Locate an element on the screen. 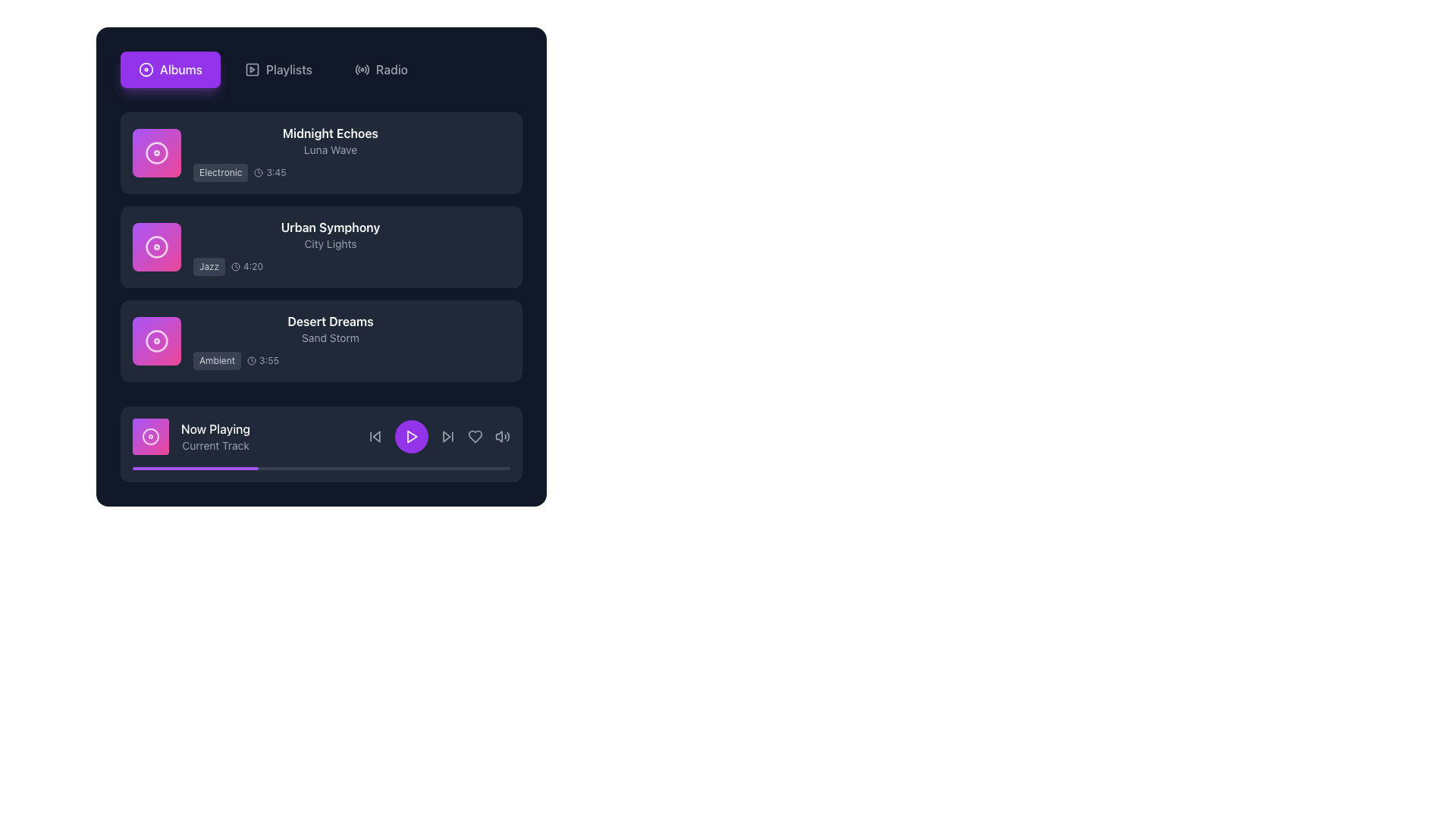 The image size is (1456, 819). the Progress Bar located at the bottom of the 'Now Playing' section, which has a medium-gray background and a purple progress segment is located at coordinates (320, 467).